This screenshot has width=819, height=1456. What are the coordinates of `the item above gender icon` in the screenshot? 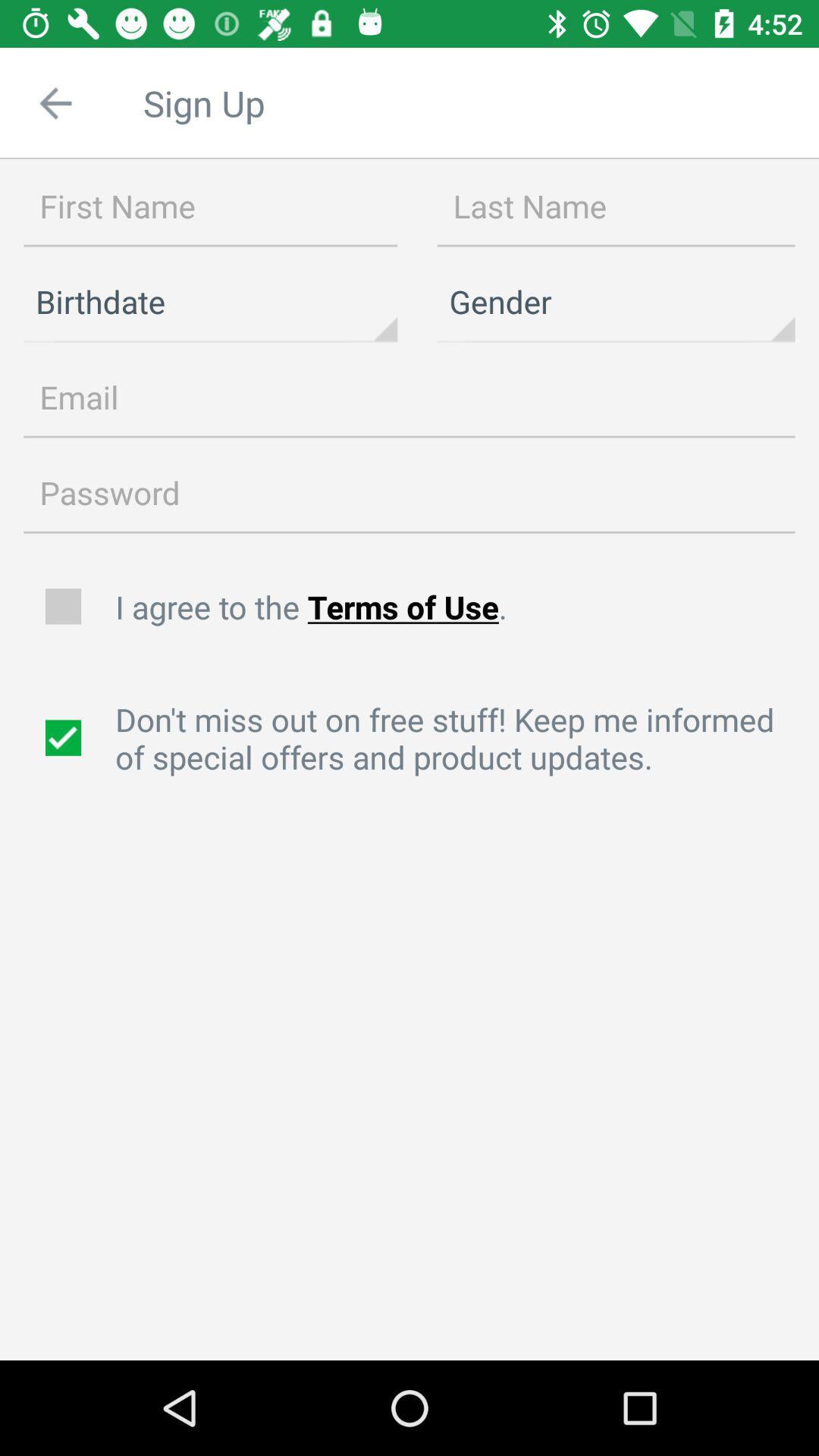 It's located at (616, 206).